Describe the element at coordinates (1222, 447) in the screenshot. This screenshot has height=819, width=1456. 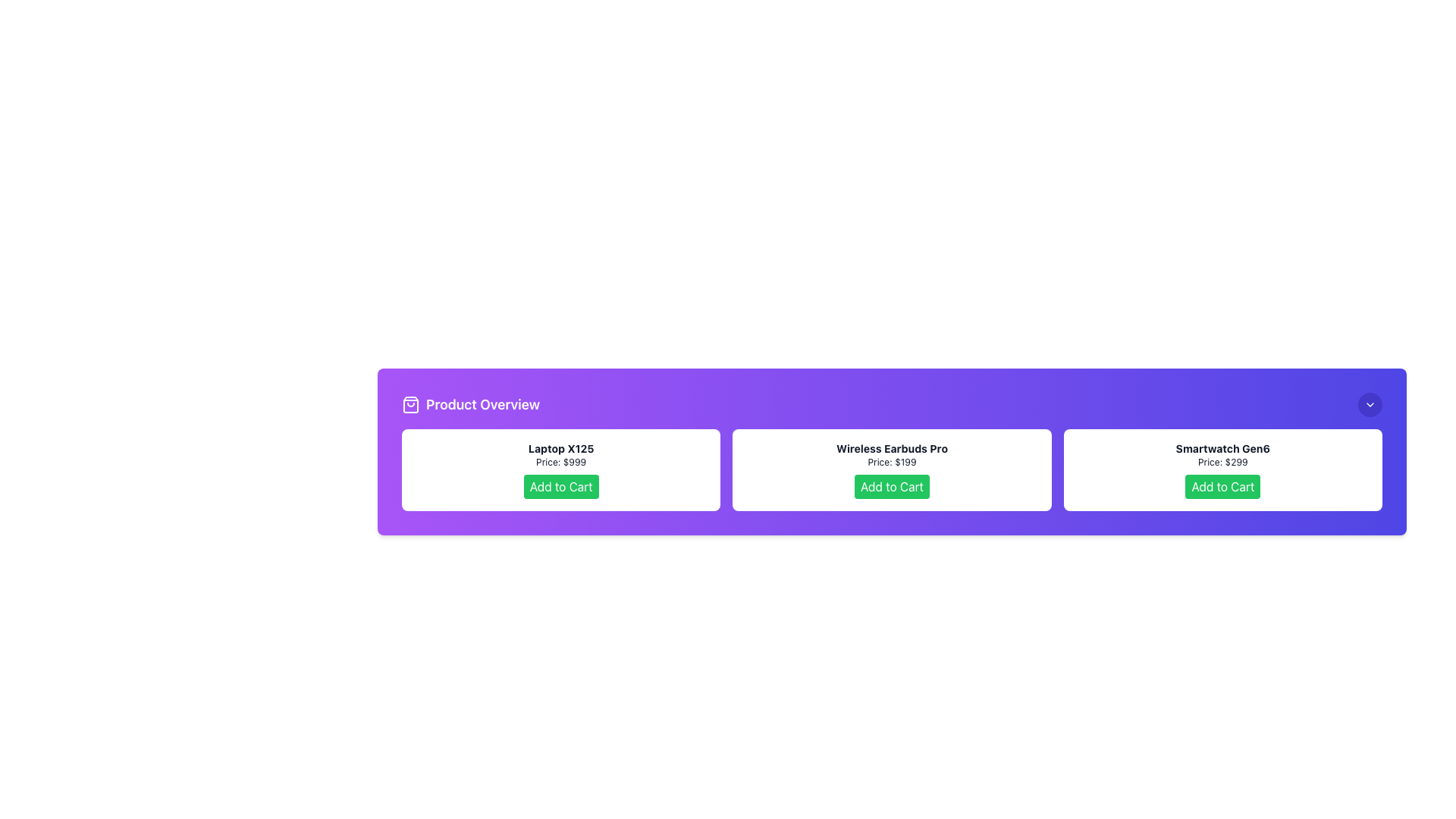
I see `the product title label located at the top of the product card in the 'Product Overview' section` at that location.